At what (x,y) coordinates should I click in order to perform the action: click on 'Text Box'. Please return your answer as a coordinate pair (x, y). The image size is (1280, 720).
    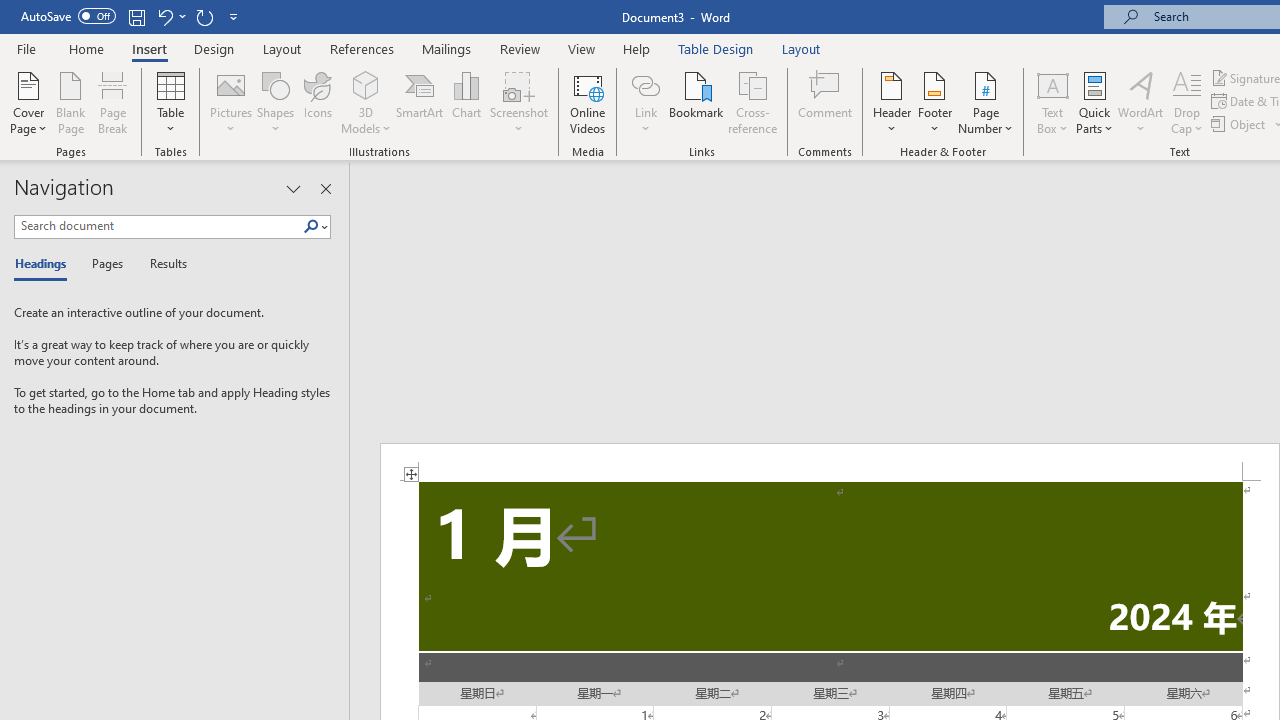
    Looking at the image, I should click on (1051, 103).